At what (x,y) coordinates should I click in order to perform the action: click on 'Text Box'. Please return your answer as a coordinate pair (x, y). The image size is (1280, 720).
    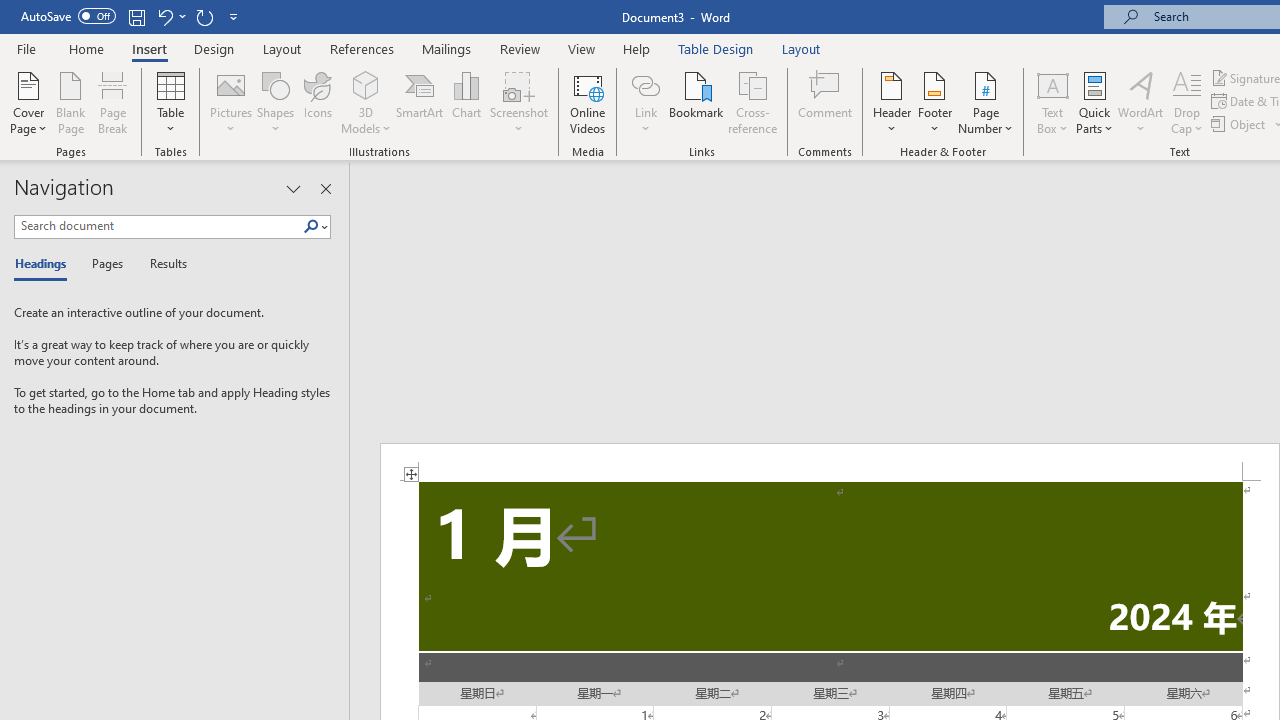
    Looking at the image, I should click on (1051, 103).